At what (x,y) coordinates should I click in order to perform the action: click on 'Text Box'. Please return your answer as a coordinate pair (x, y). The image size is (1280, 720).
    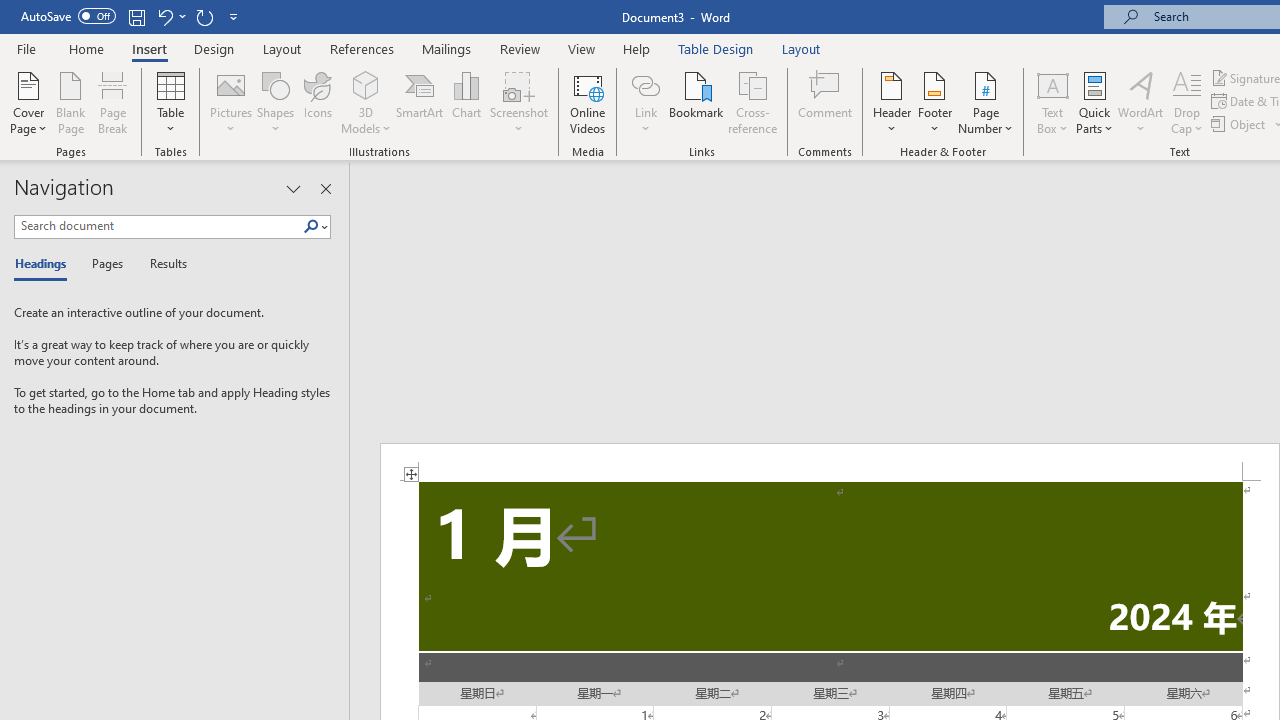
    Looking at the image, I should click on (1051, 103).